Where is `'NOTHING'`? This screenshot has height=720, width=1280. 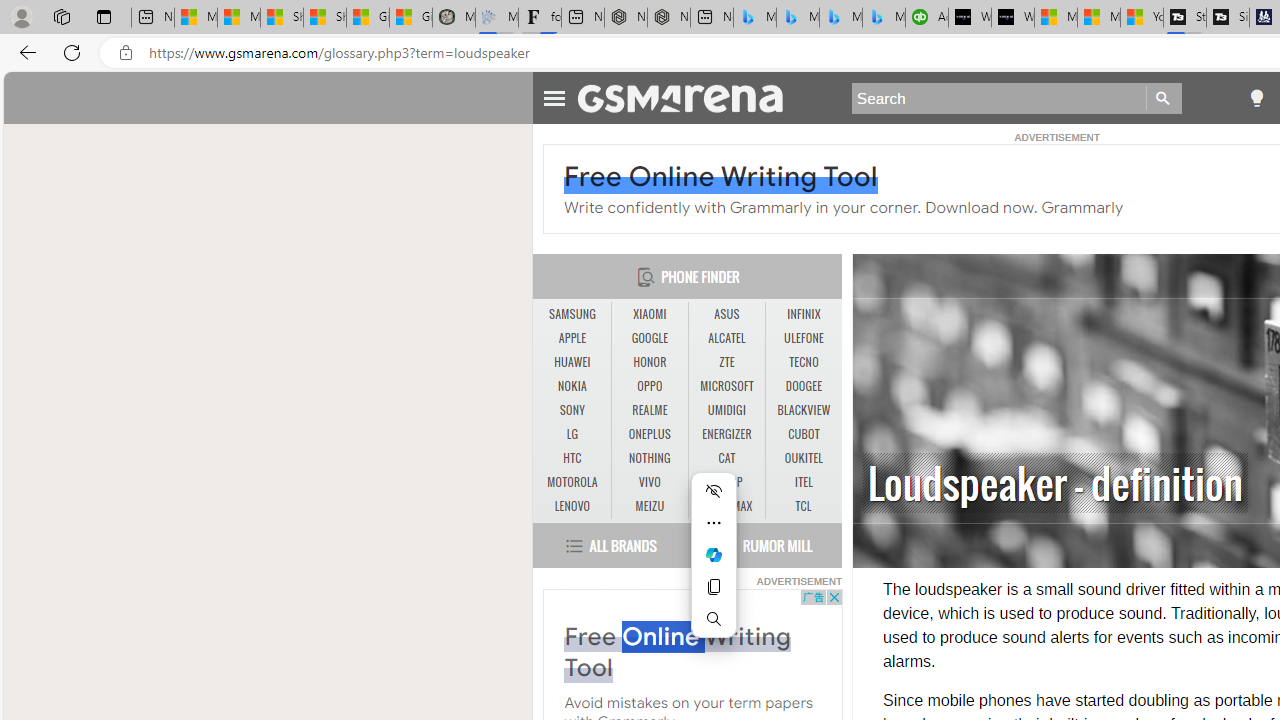 'NOTHING' is located at coordinates (649, 458).